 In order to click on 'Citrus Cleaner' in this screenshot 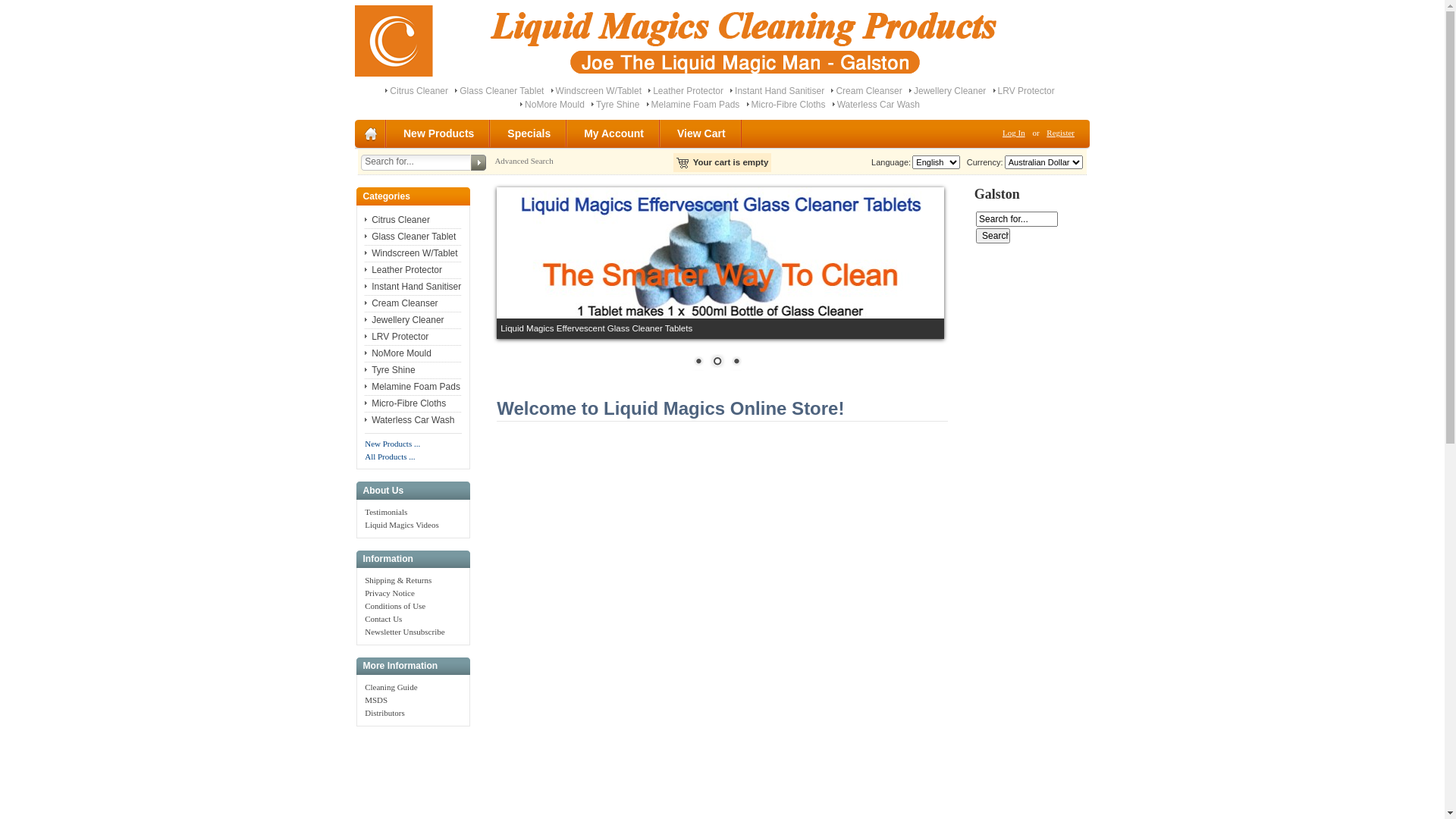, I will do `click(419, 90)`.